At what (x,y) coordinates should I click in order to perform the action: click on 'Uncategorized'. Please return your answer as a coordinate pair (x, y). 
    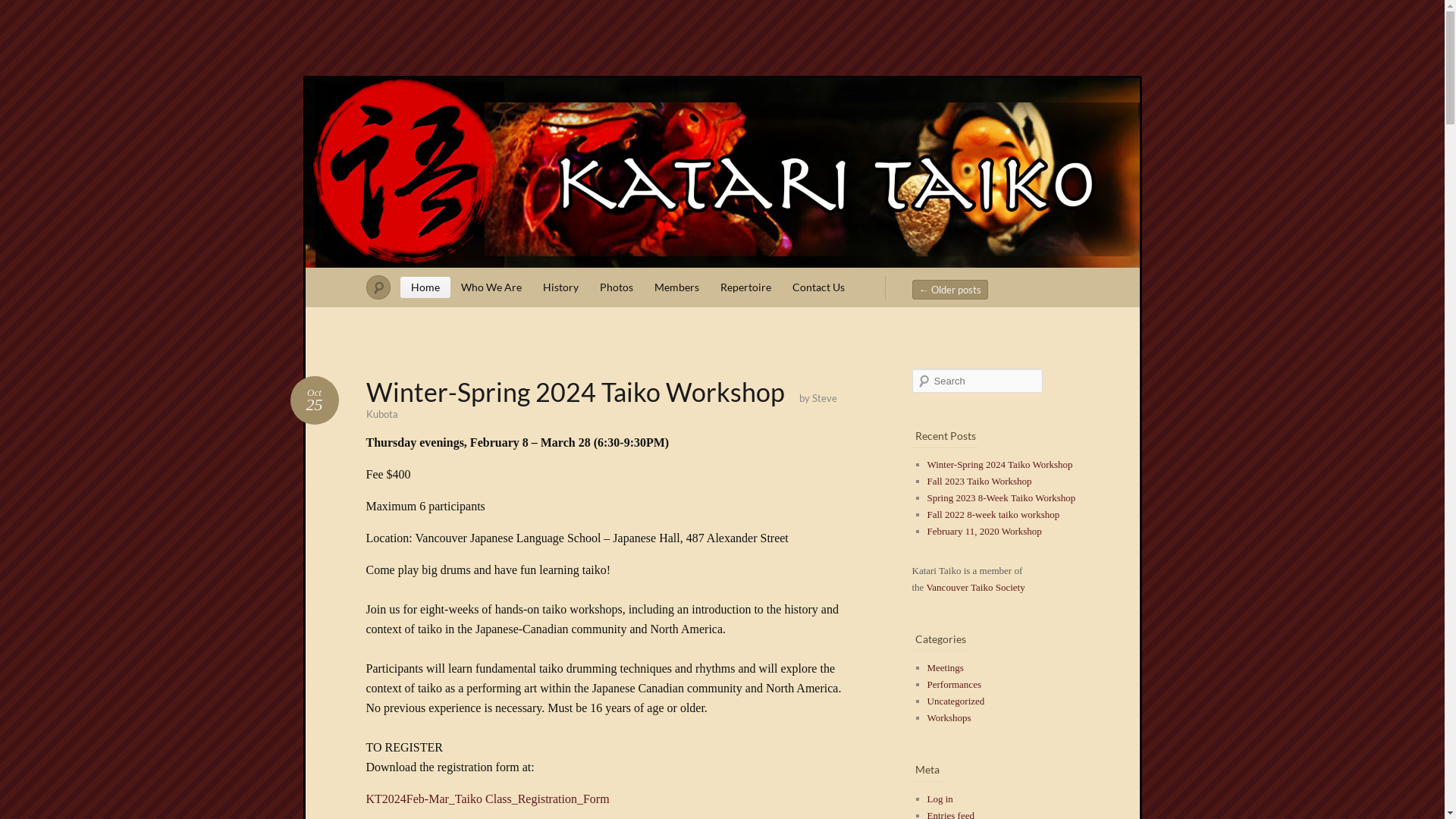
    Looking at the image, I should click on (954, 701).